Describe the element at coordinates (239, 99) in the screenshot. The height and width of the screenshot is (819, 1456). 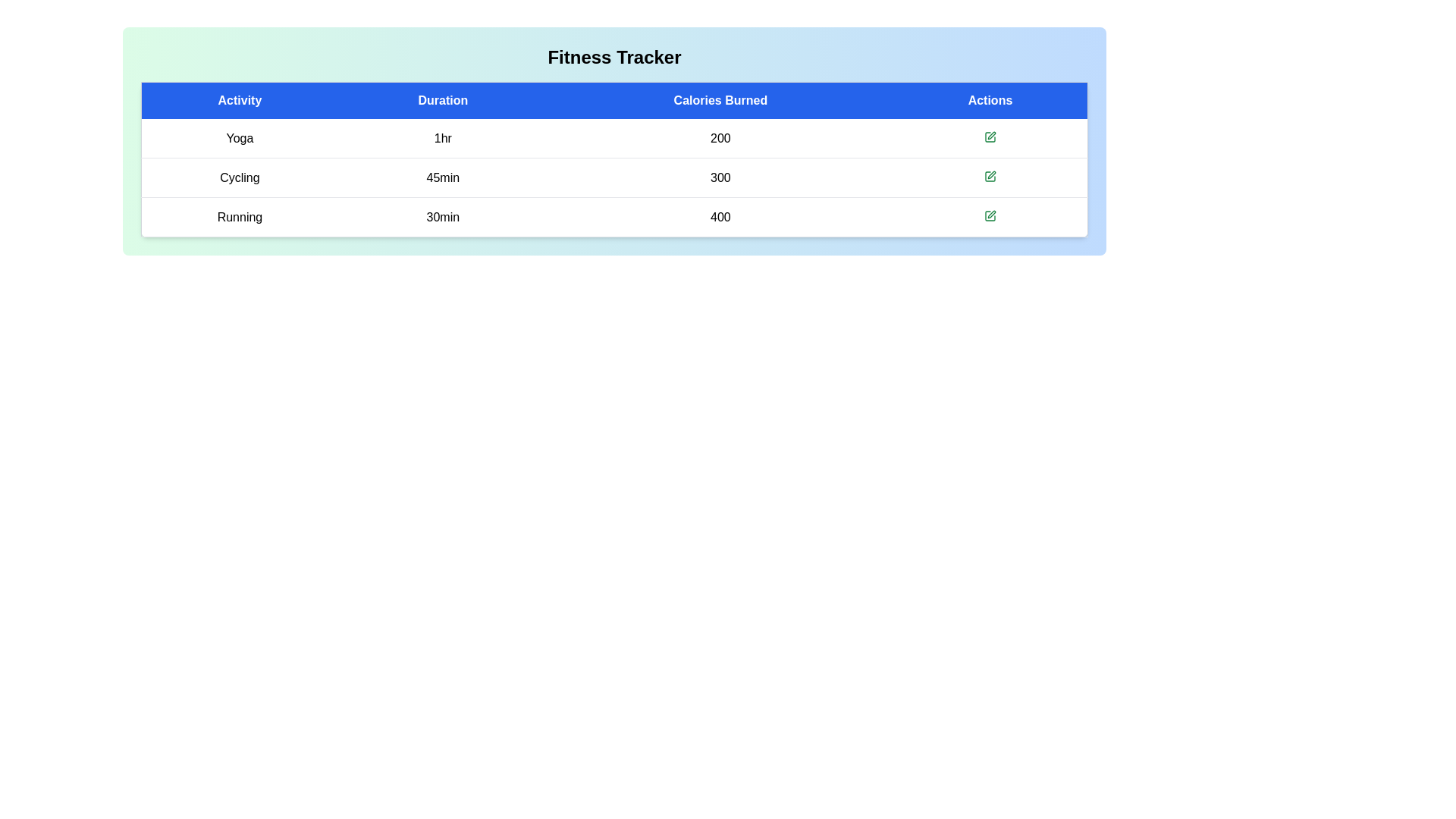
I see `the column header Activity to sort or interact with it` at that location.